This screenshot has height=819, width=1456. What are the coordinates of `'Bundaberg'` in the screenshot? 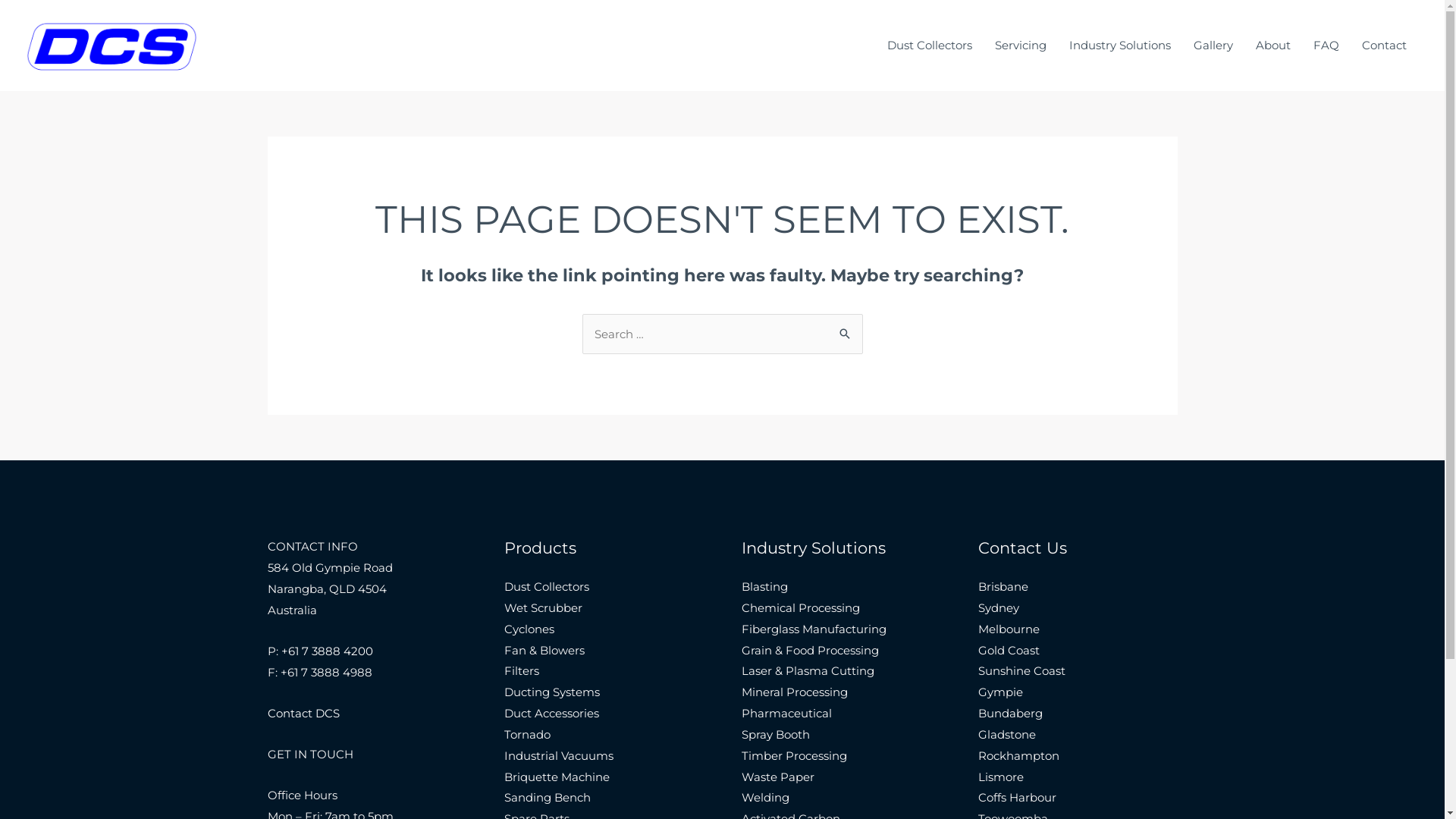 It's located at (1010, 713).